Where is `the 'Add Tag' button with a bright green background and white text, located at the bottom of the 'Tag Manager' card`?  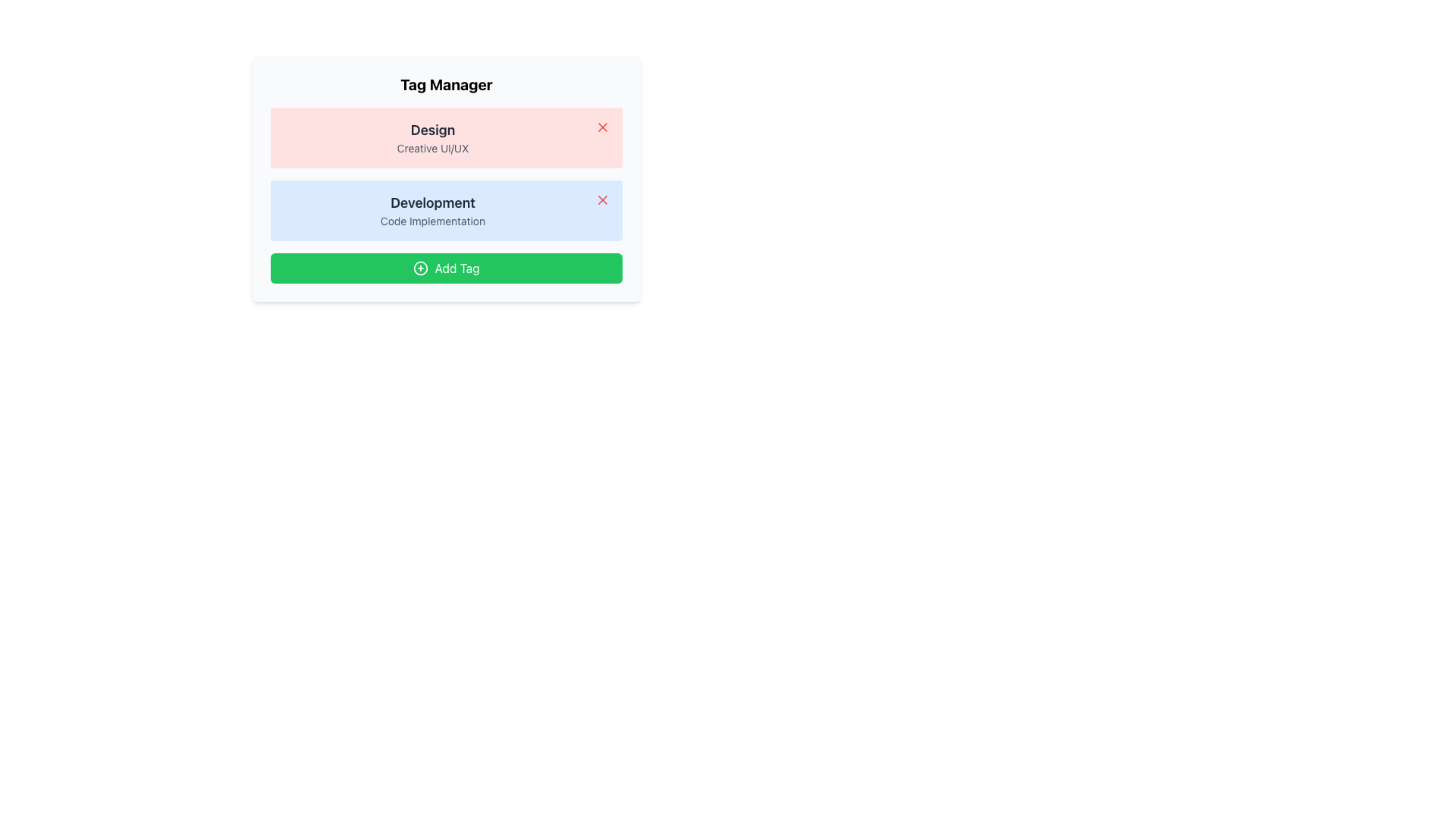 the 'Add Tag' button with a bright green background and white text, located at the bottom of the 'Tag Manager' card is located at coordinates (446, 268).